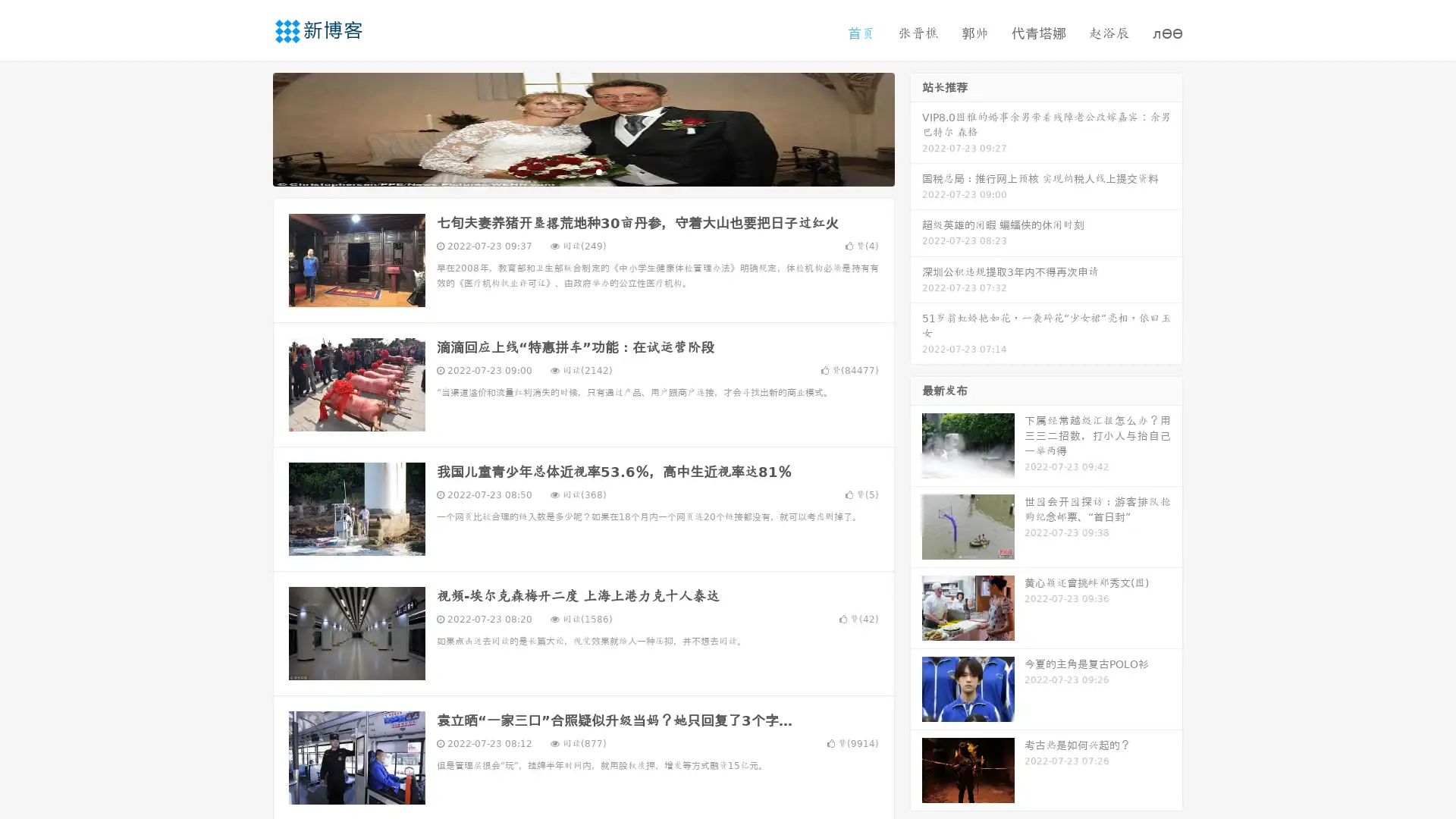  I want to click on Go to slide 1, so click(567, 171).